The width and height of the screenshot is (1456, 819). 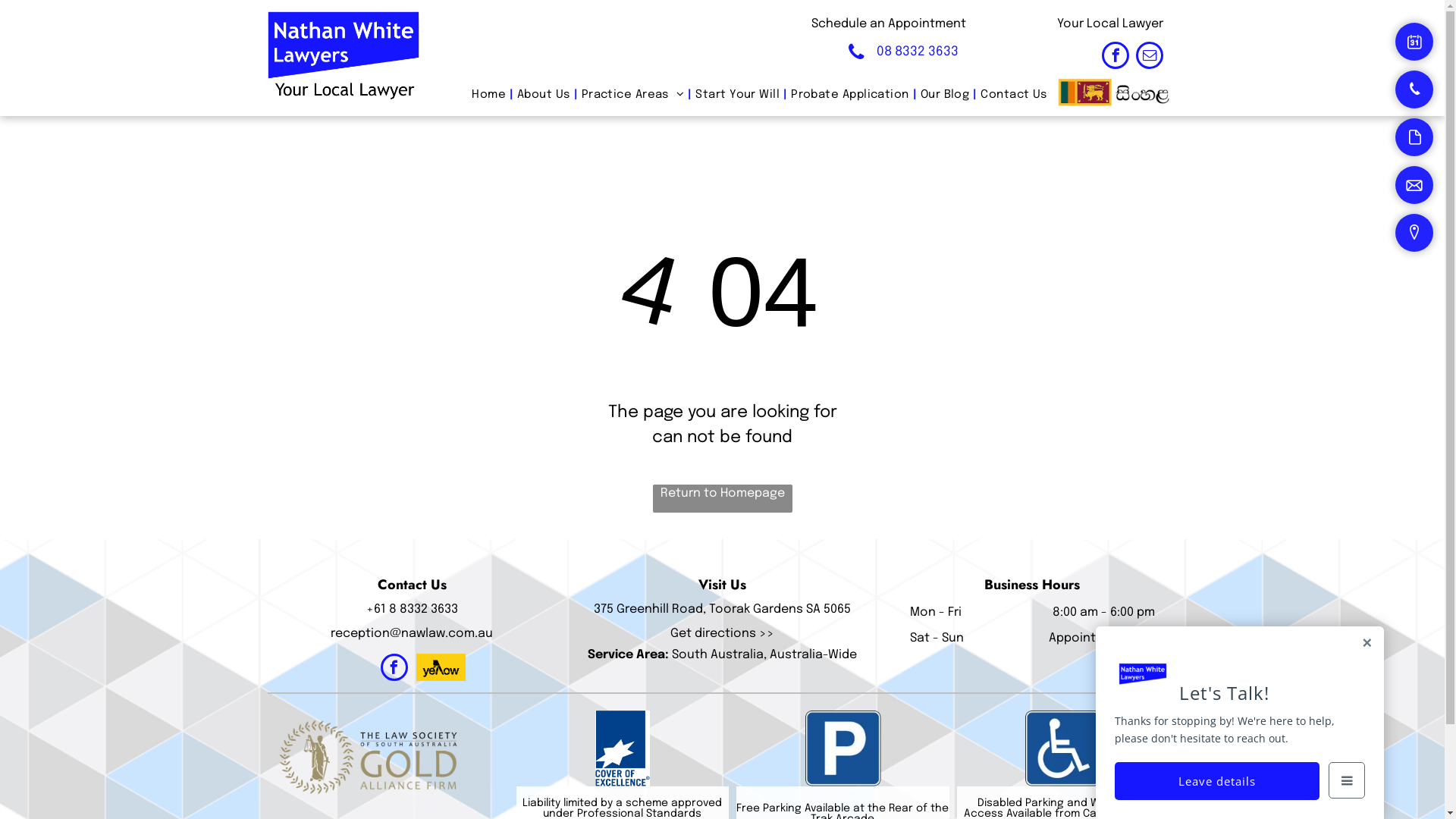 I want to click on 'Get directions >>', so click(x=669, y=633).